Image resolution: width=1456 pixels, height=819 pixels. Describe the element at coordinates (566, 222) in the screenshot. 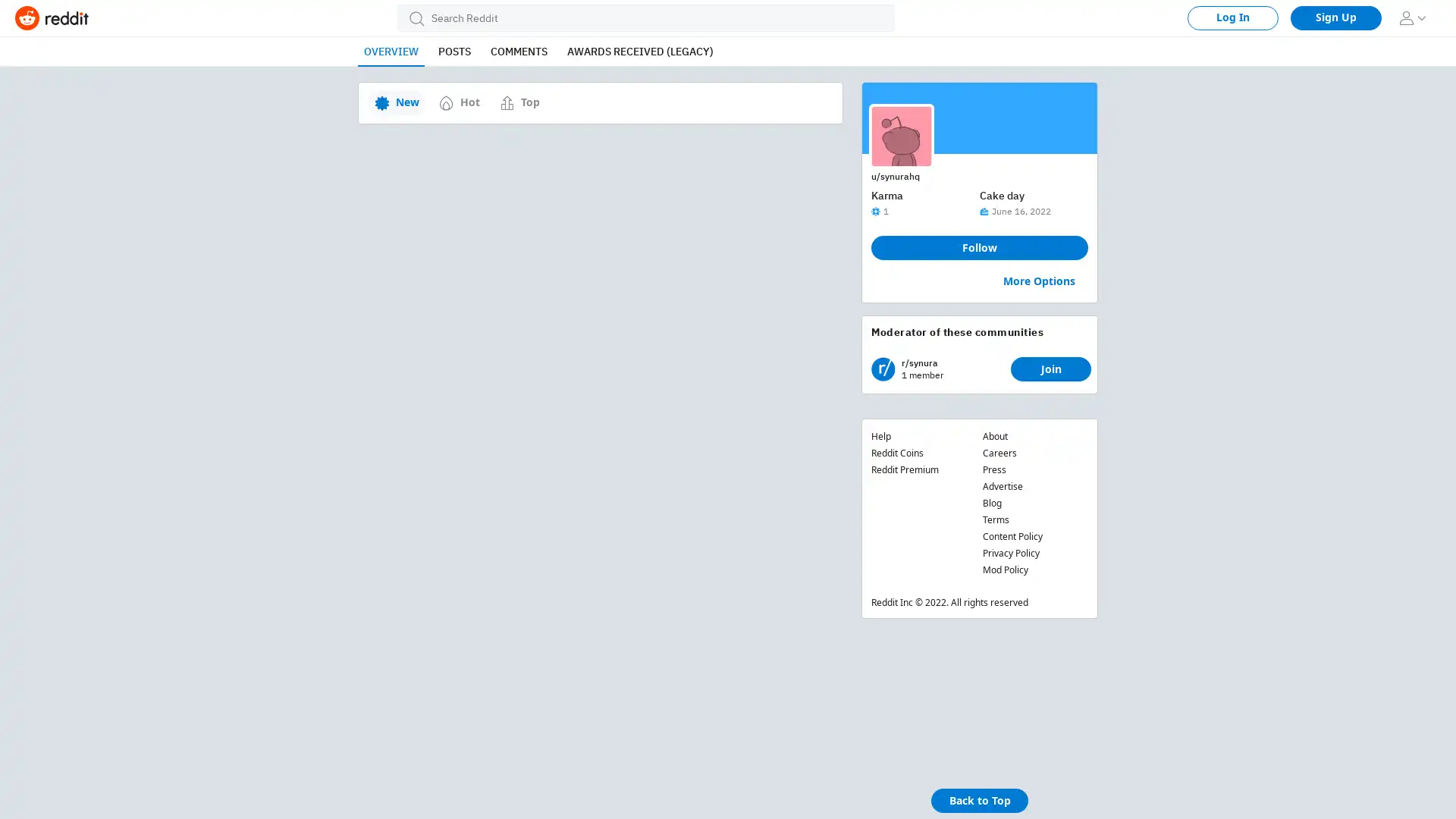

I see `Save` at that location.